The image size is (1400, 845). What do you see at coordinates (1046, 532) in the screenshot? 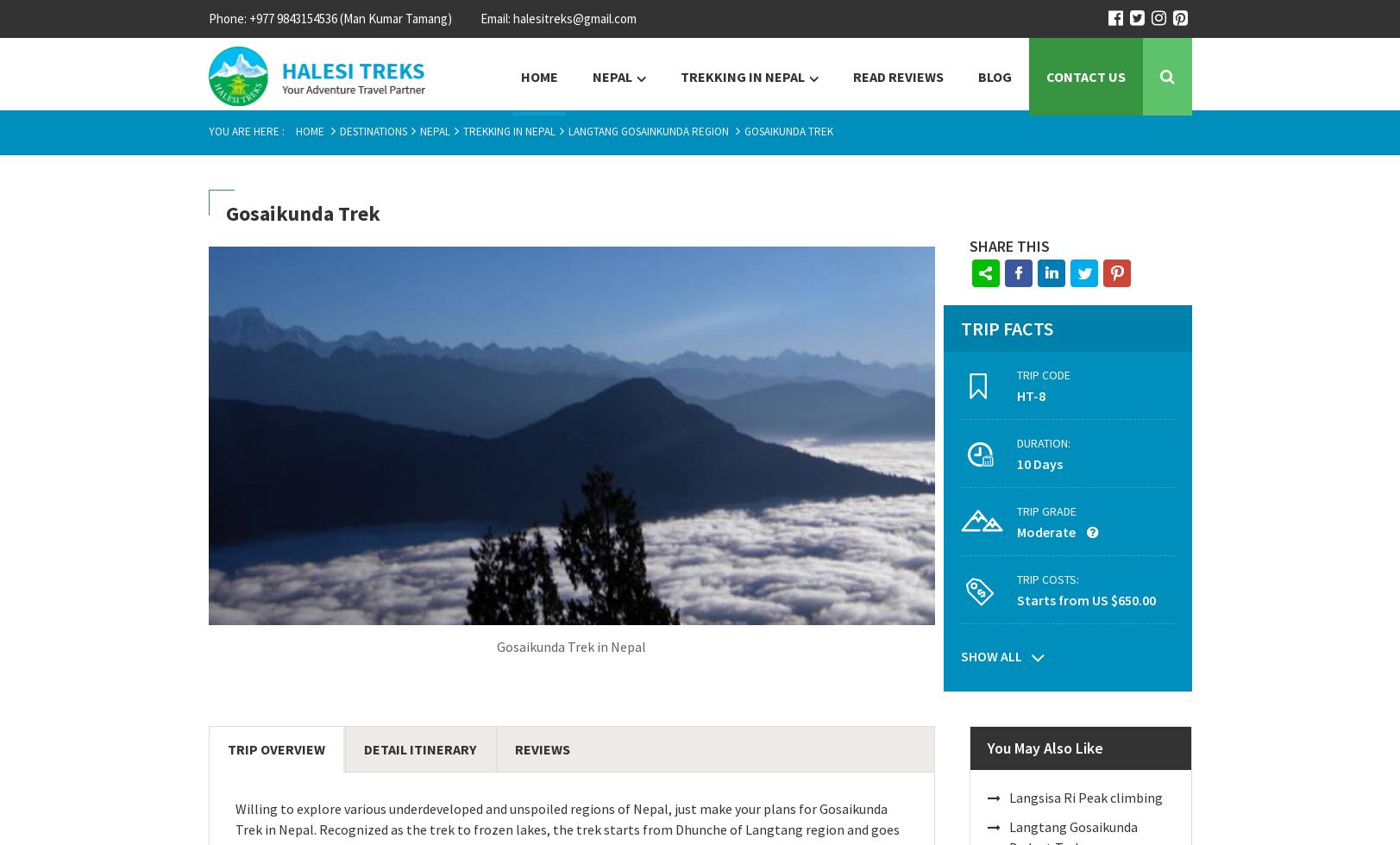
I see `'Moderate'` at bounding box center [1046, 532].